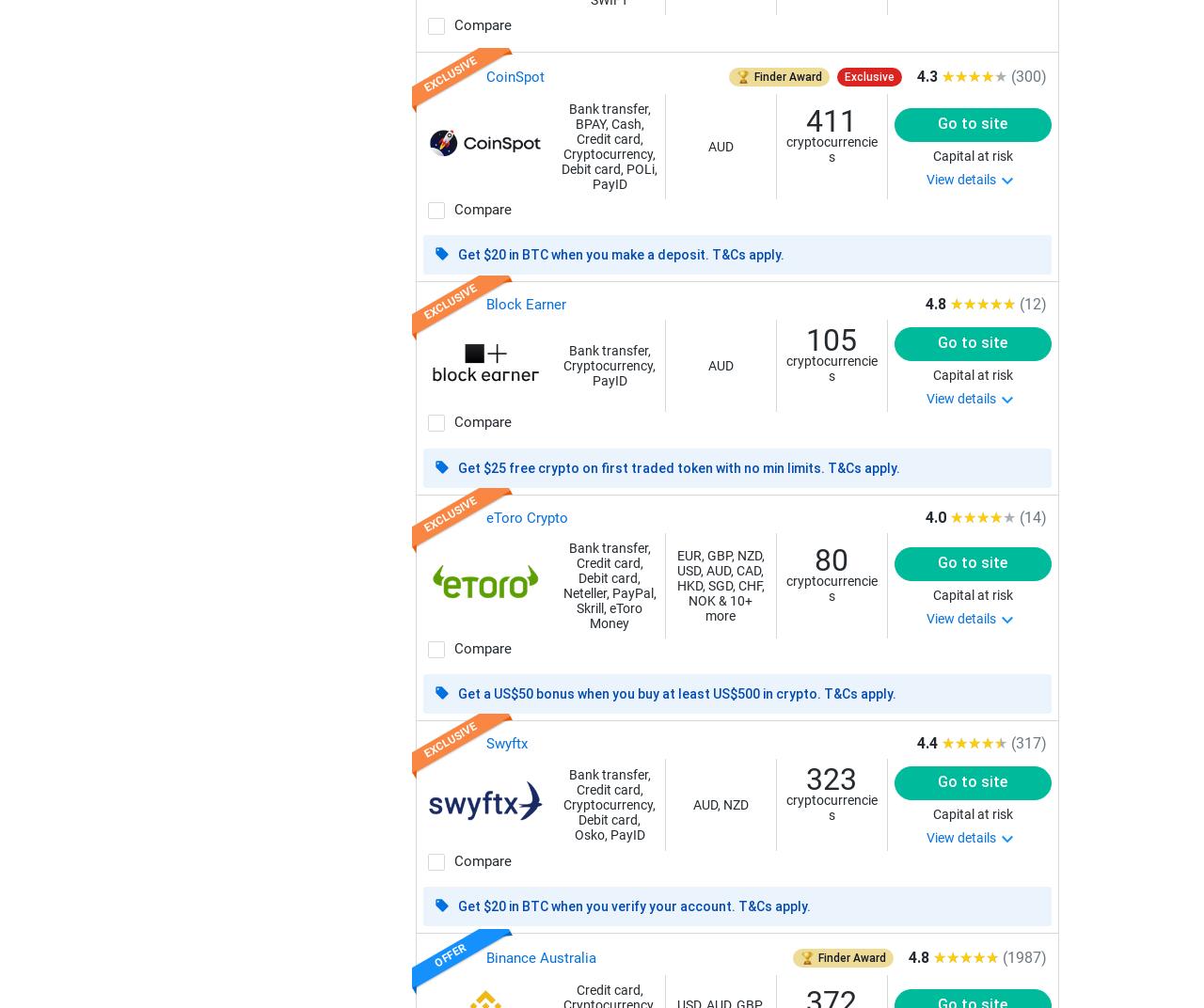 The image size is (1204, 1008). Describe the element at coordinates (633, 906) in the screenshot. I see `'Get $20 in BTC when you verify your account. T&Cs apply.'` at that location.